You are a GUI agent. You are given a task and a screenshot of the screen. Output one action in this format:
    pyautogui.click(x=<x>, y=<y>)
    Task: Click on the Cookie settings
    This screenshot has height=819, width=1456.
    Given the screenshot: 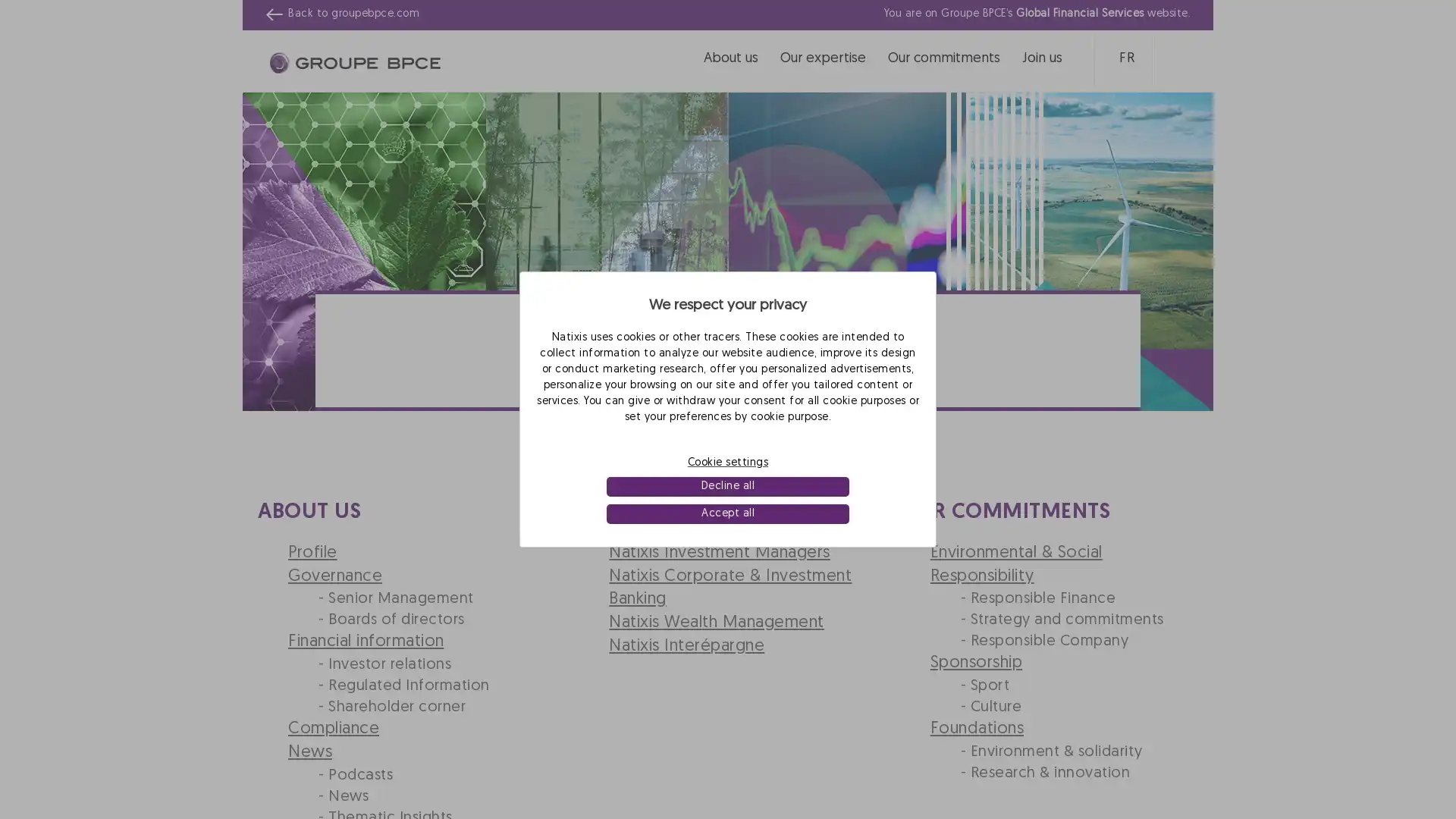 What is the action you would take?
    pyautogui.click(x=728, y=461)
    